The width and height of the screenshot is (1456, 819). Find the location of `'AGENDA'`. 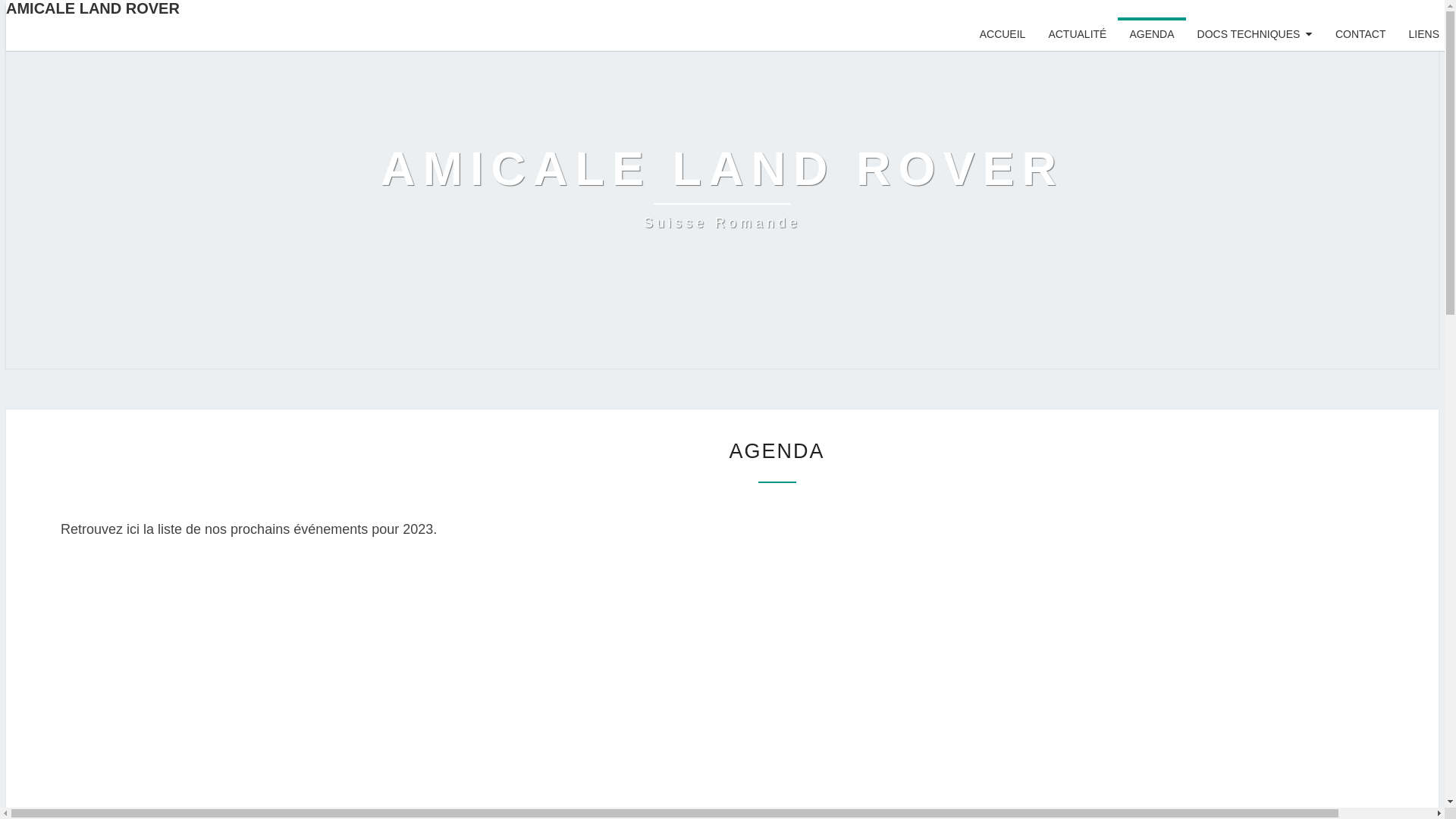

'AGENDA' is located at coordinates (1151, 34).